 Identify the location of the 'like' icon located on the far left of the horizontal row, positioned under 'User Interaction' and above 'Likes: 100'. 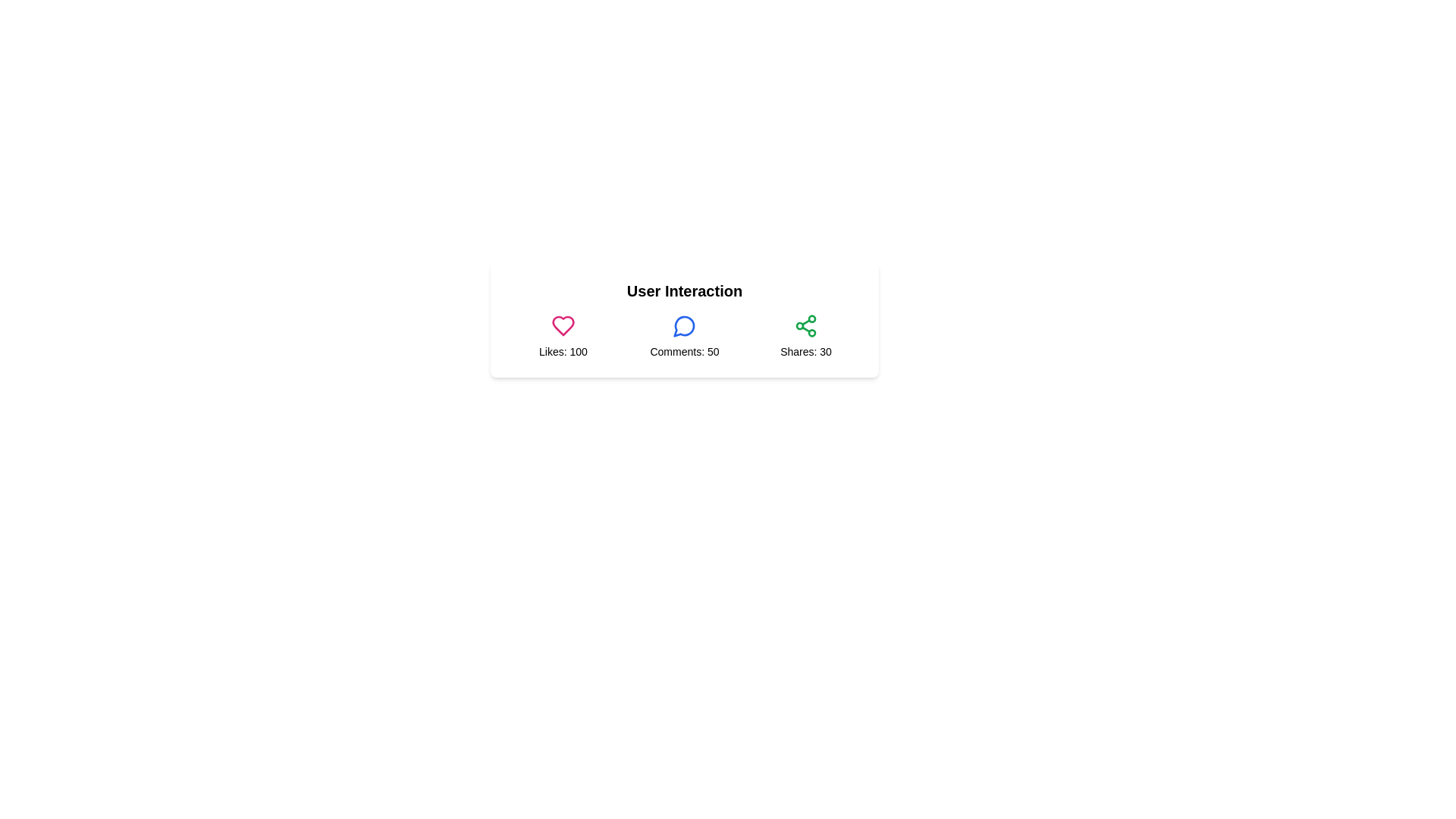
(563, 325).